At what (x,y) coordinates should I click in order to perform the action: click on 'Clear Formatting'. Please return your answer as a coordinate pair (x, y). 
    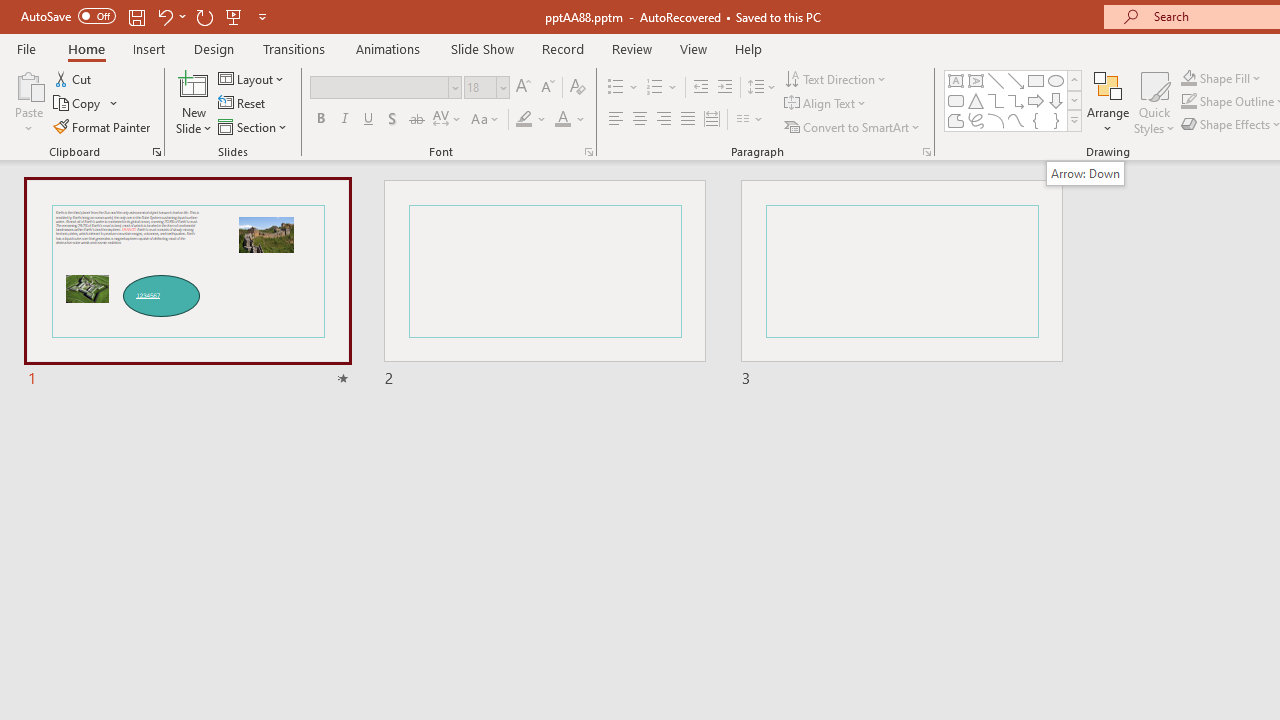
    Looking at the image, I should click on (576, 86).